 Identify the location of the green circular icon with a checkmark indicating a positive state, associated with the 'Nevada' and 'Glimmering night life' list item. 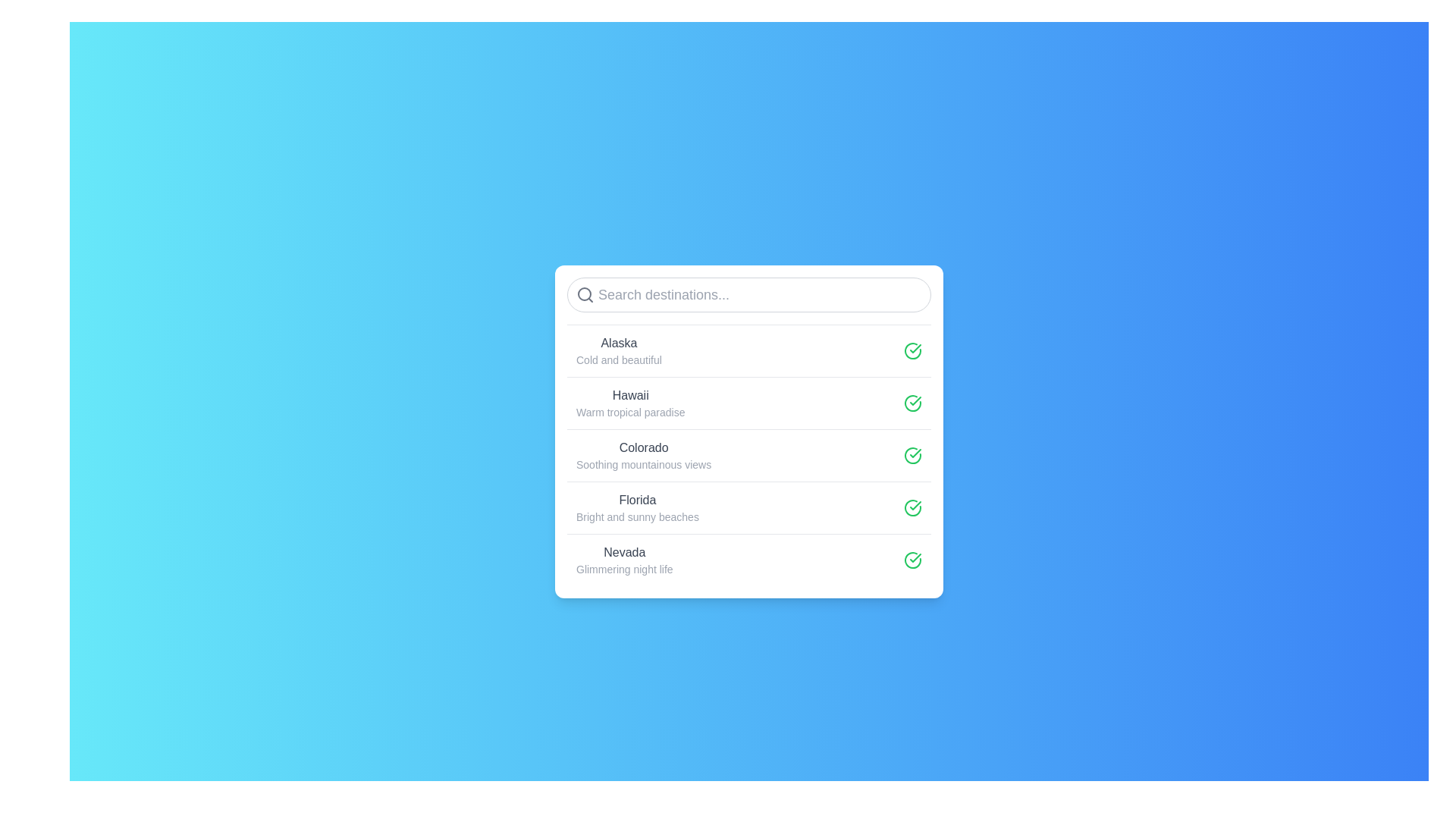
(912, 559).